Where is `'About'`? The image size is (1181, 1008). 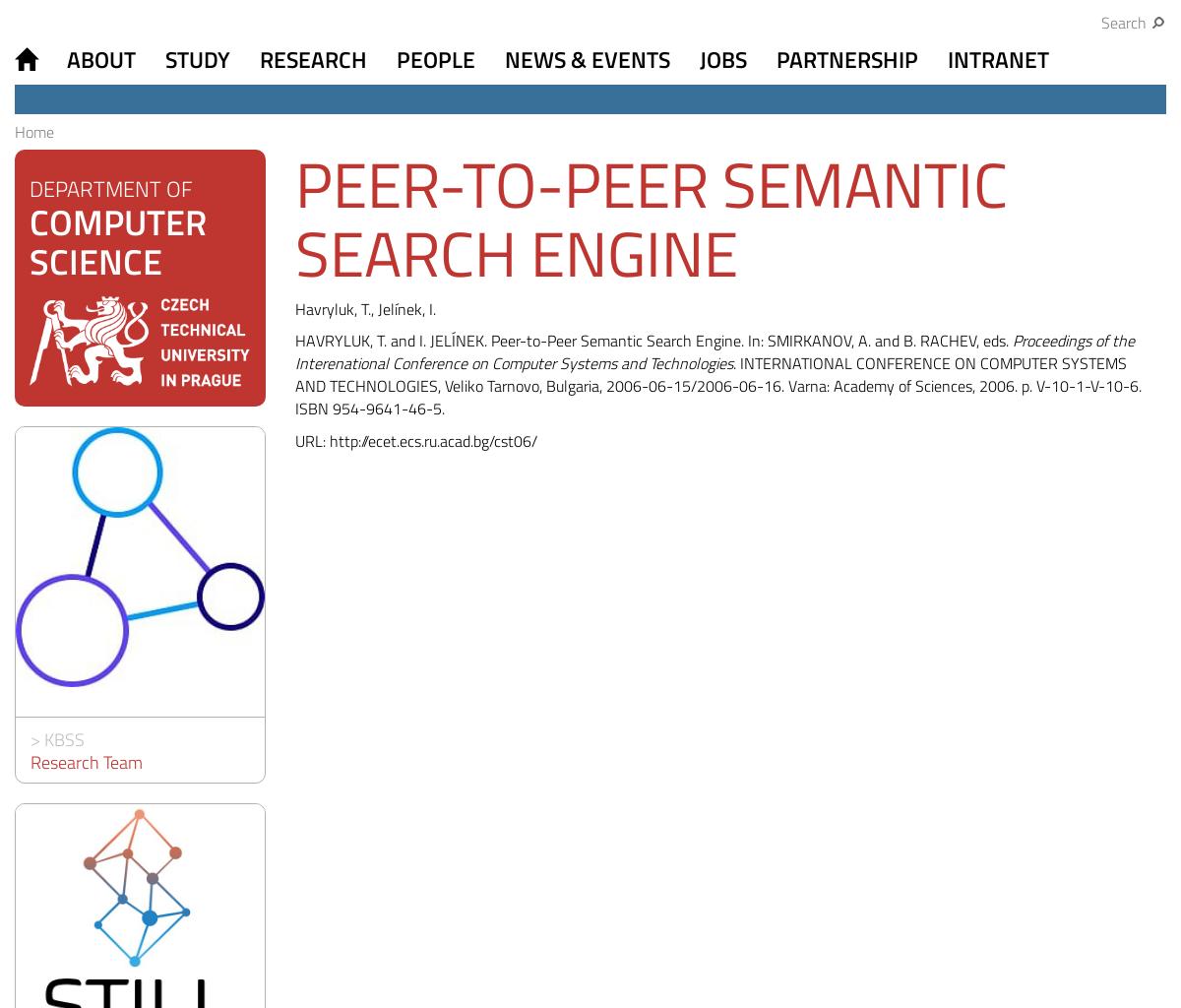 'About' is located at coordinates (100, 58).